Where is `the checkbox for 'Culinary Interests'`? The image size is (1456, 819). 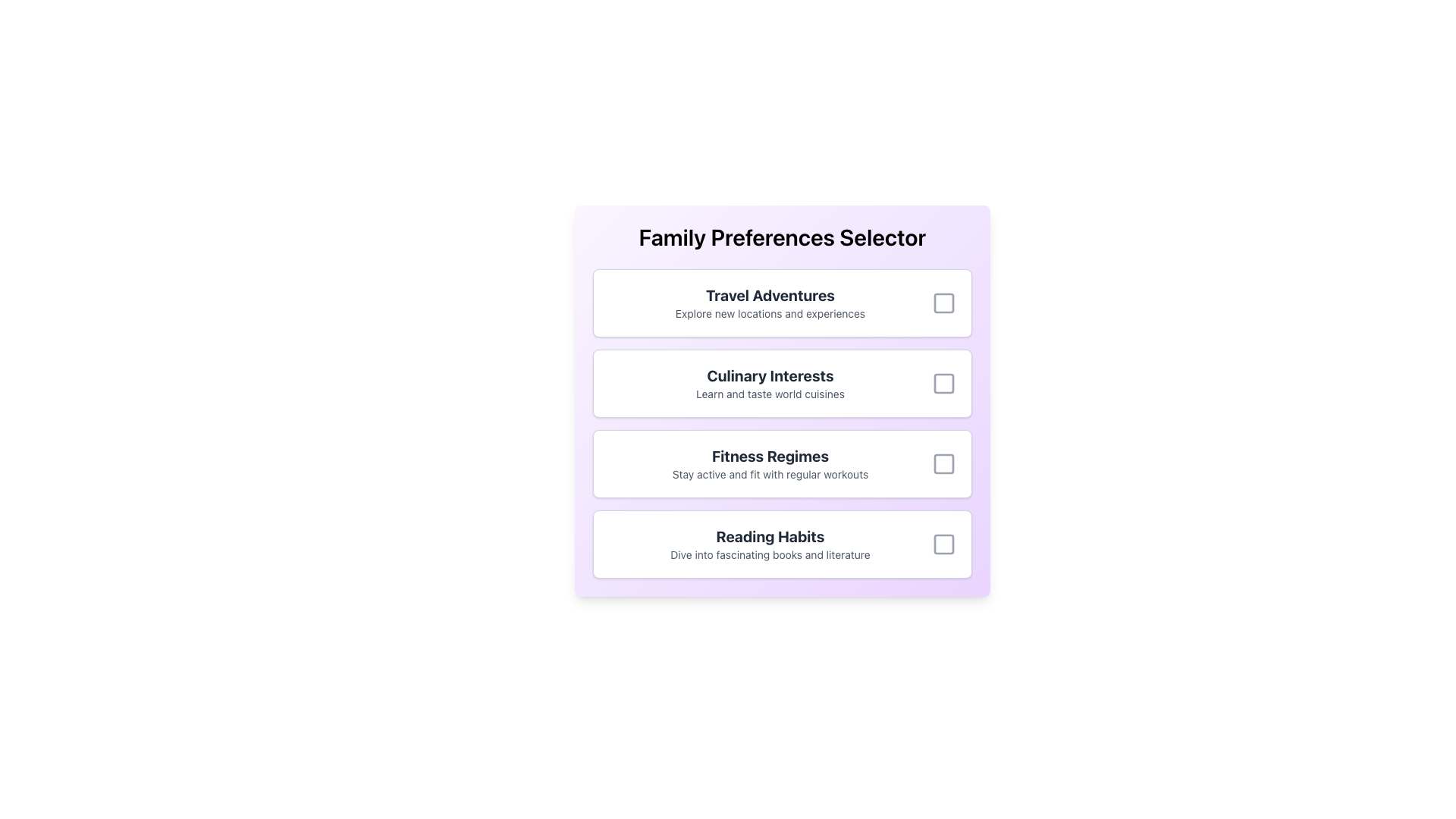 the checkbox for 'Culinary Interests' is located at coordinates (943, 382).